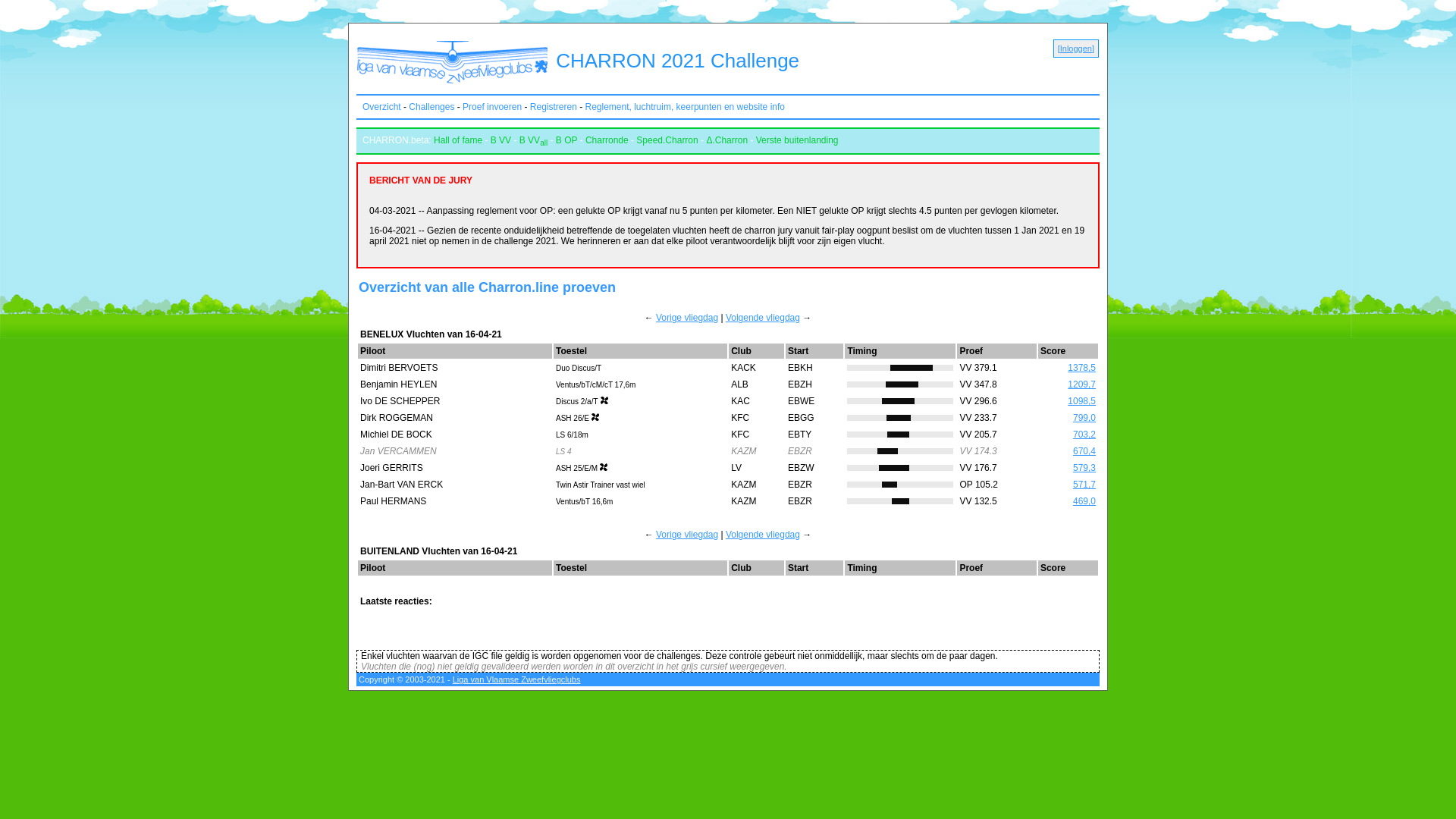  I want to click on 'Begin tijdsbalk: 6:00 UTC, Einde tijdsbalk: 20:00 UTC', so click(899, 485).